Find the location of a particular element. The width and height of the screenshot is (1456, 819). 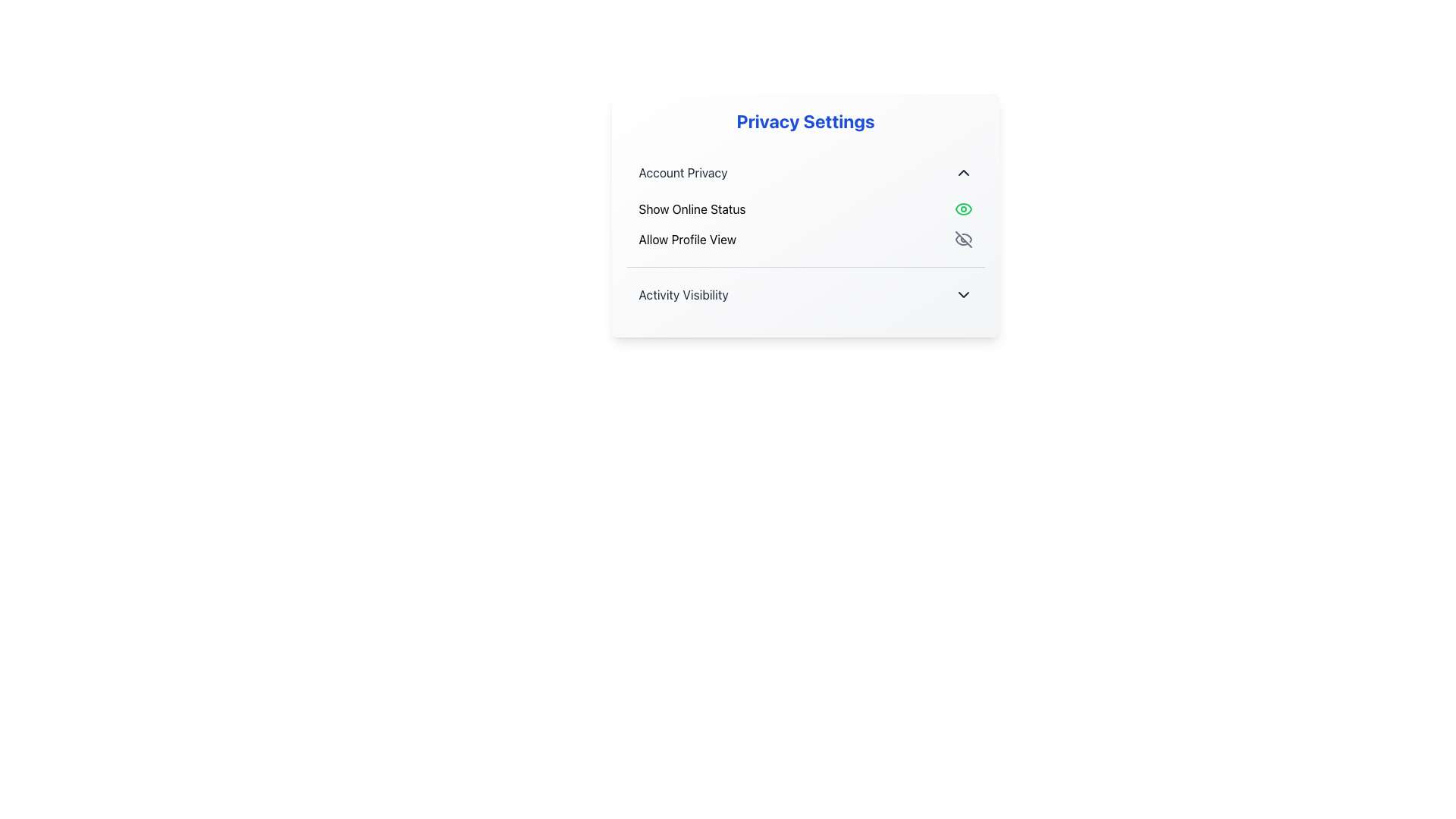

the fourth item in the vertical menu under 'Privacy Settings' is located at coordinates (805, 294).